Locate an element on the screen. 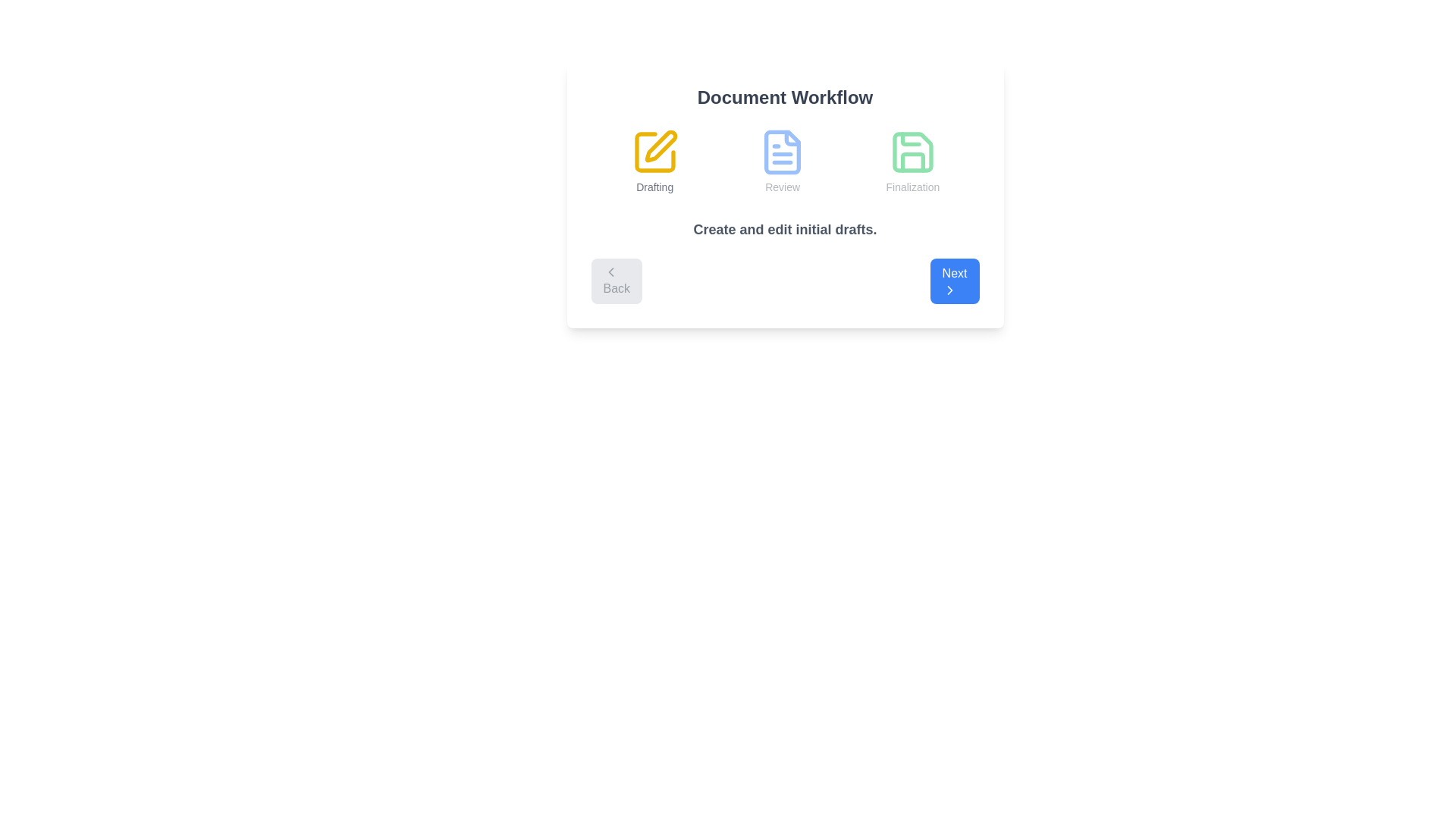 The image size is (1456, 819). the vertically stacked blue document icon with the gray label 'Review', which is the second item in a group of three icons is located at coordinates (783, 161).